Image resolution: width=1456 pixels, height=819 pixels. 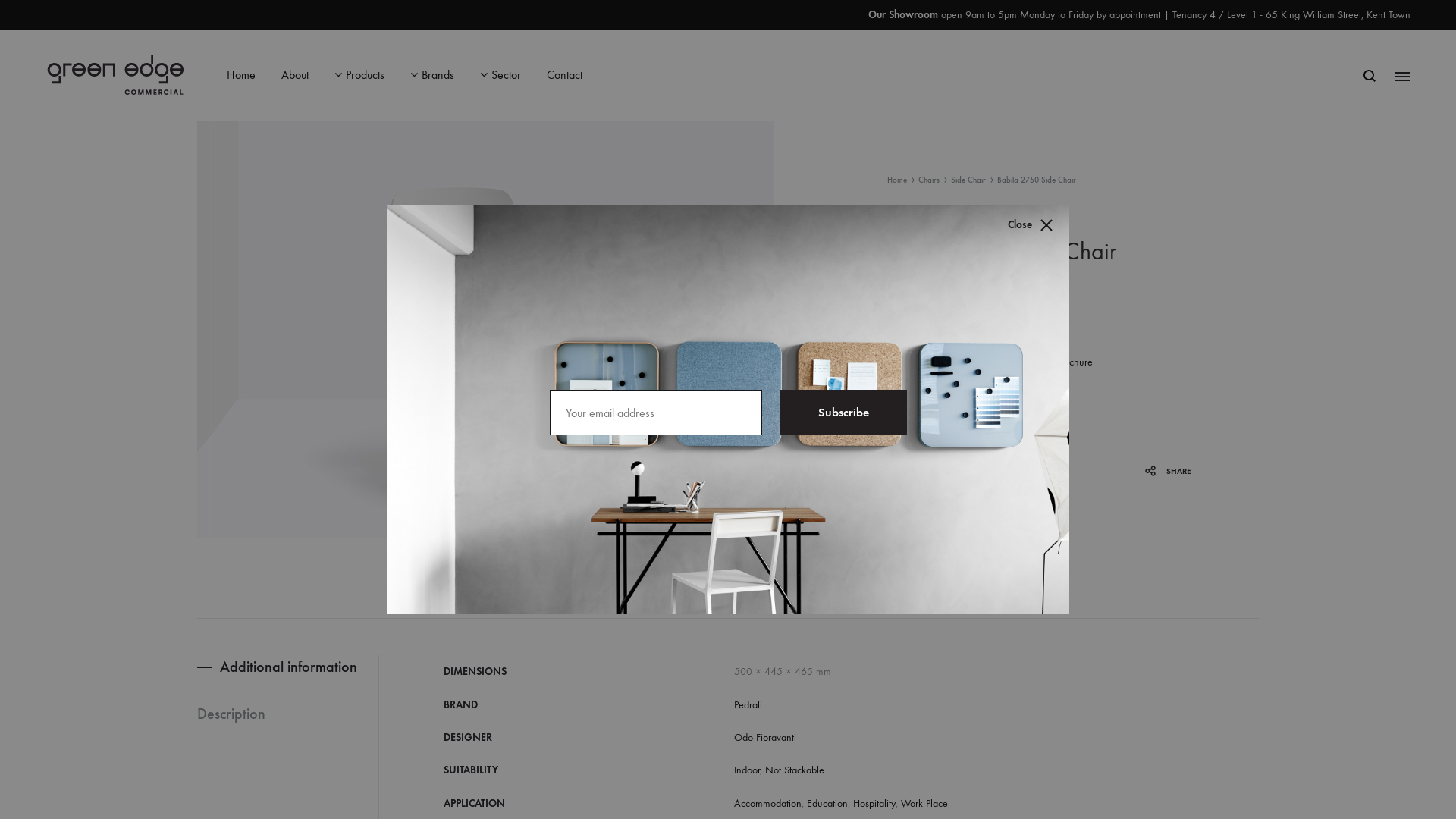 What do you see at coordinates (764, 770) in the screenshot?
I see `'Not Stackable'` at bounding box center [764, 770].